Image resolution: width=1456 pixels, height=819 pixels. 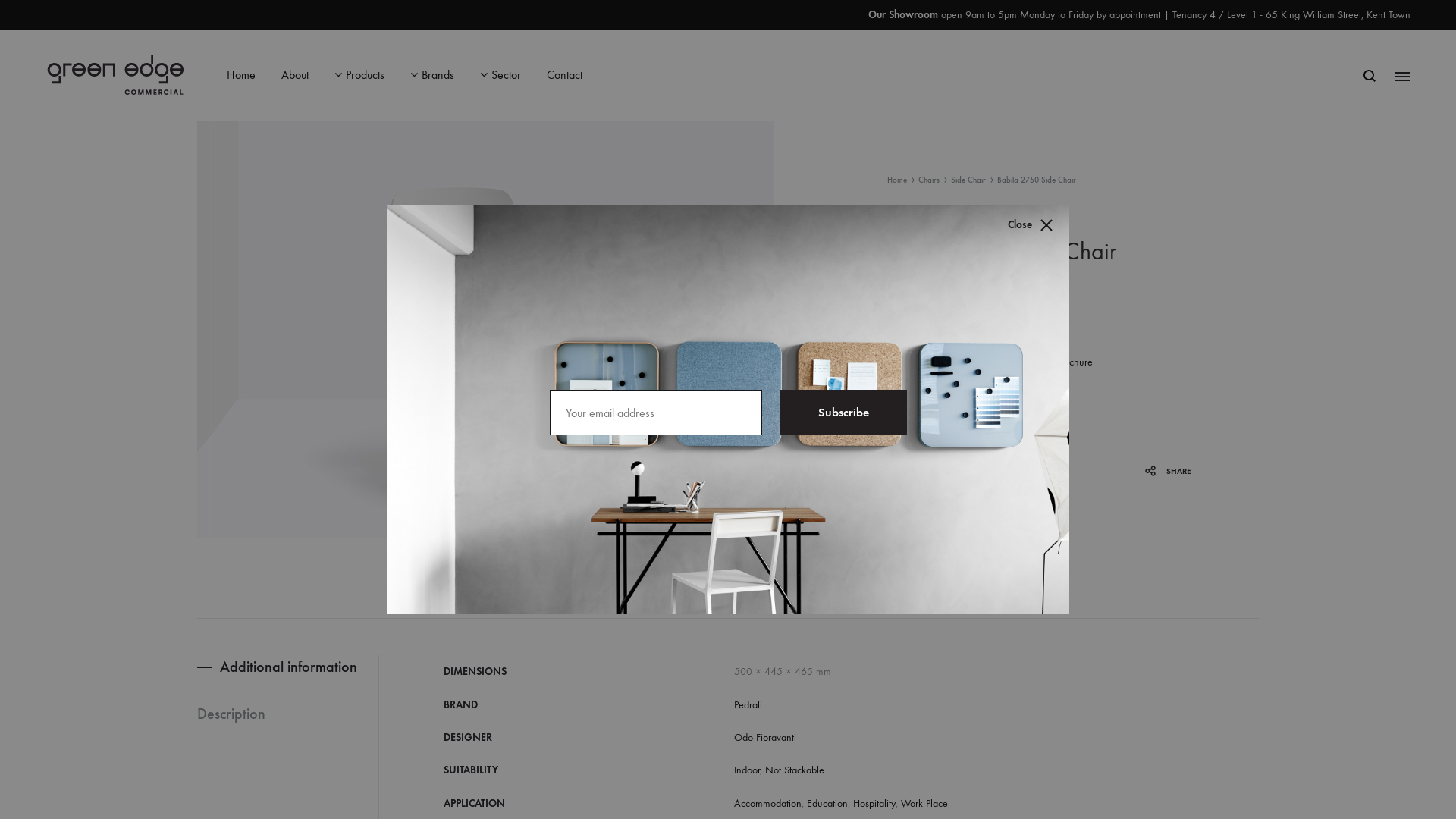 What do you see at coordinates (764, 770) in the screenshot?
I see `'Not Stackable'` at bounding box center [764, 770].